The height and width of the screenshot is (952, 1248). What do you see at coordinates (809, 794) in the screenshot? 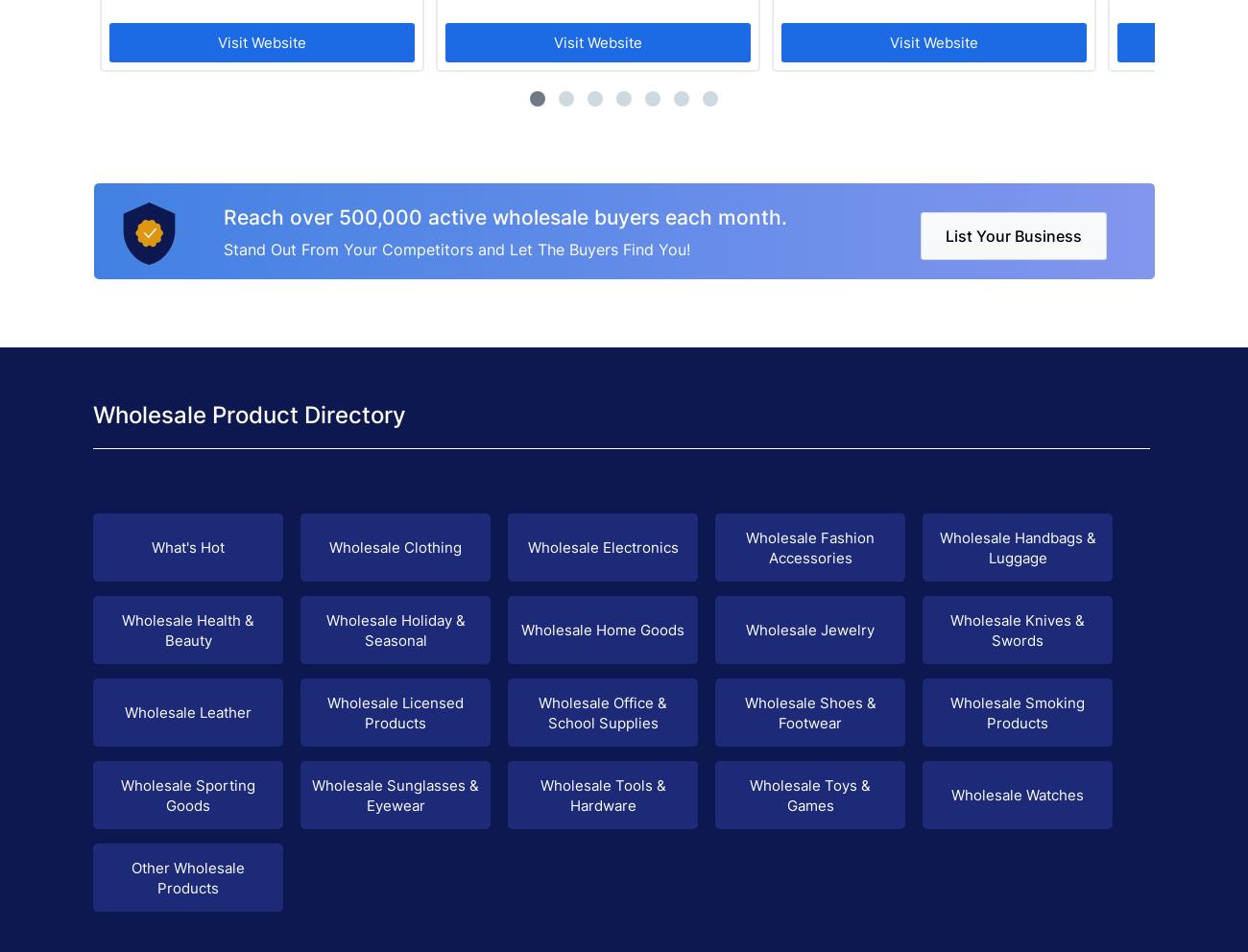
I see `'Wholesale Toys & Games'` at bounding box center [809, 794].